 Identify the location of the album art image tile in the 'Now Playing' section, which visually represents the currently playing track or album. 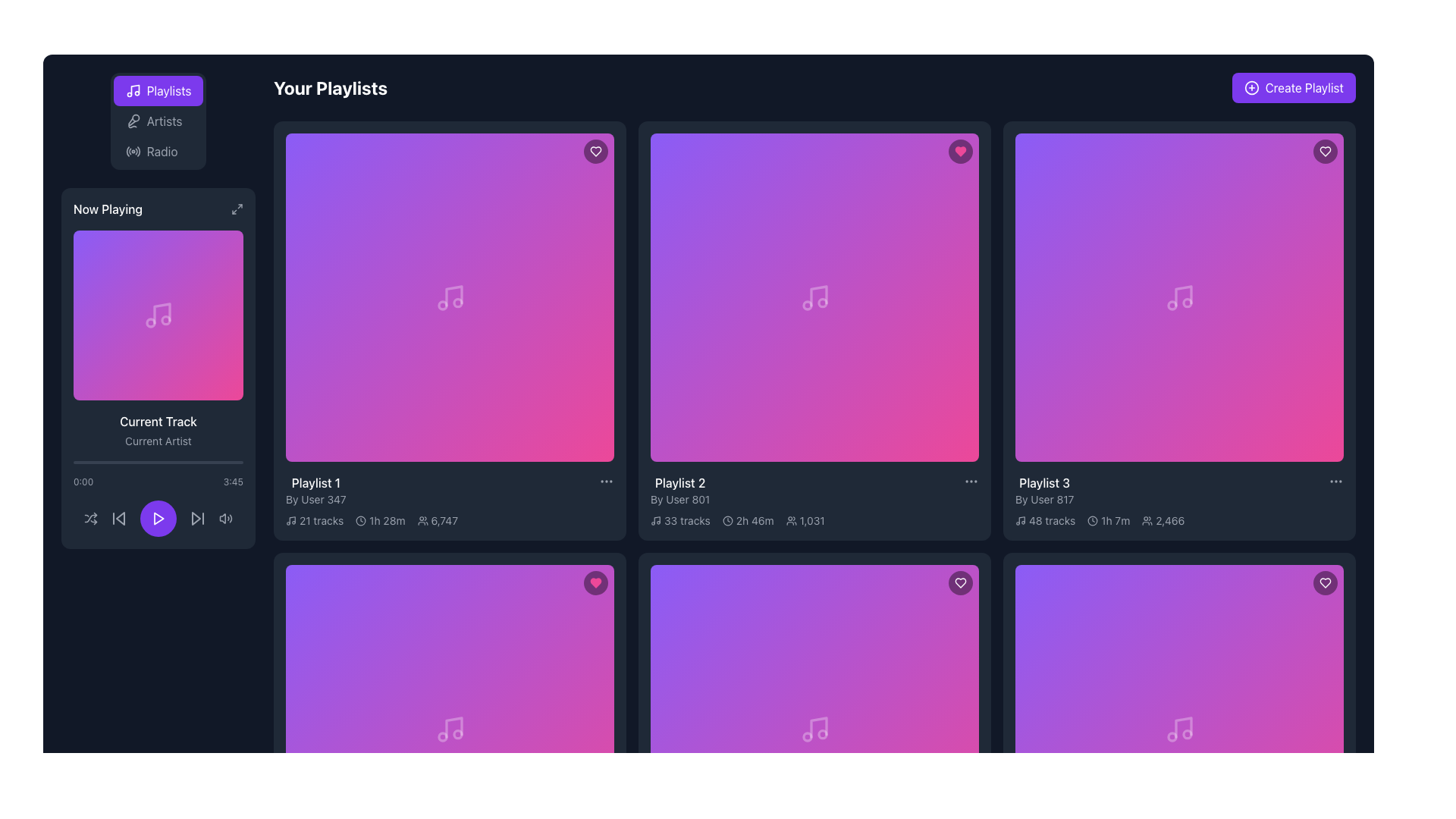
(158, 315).